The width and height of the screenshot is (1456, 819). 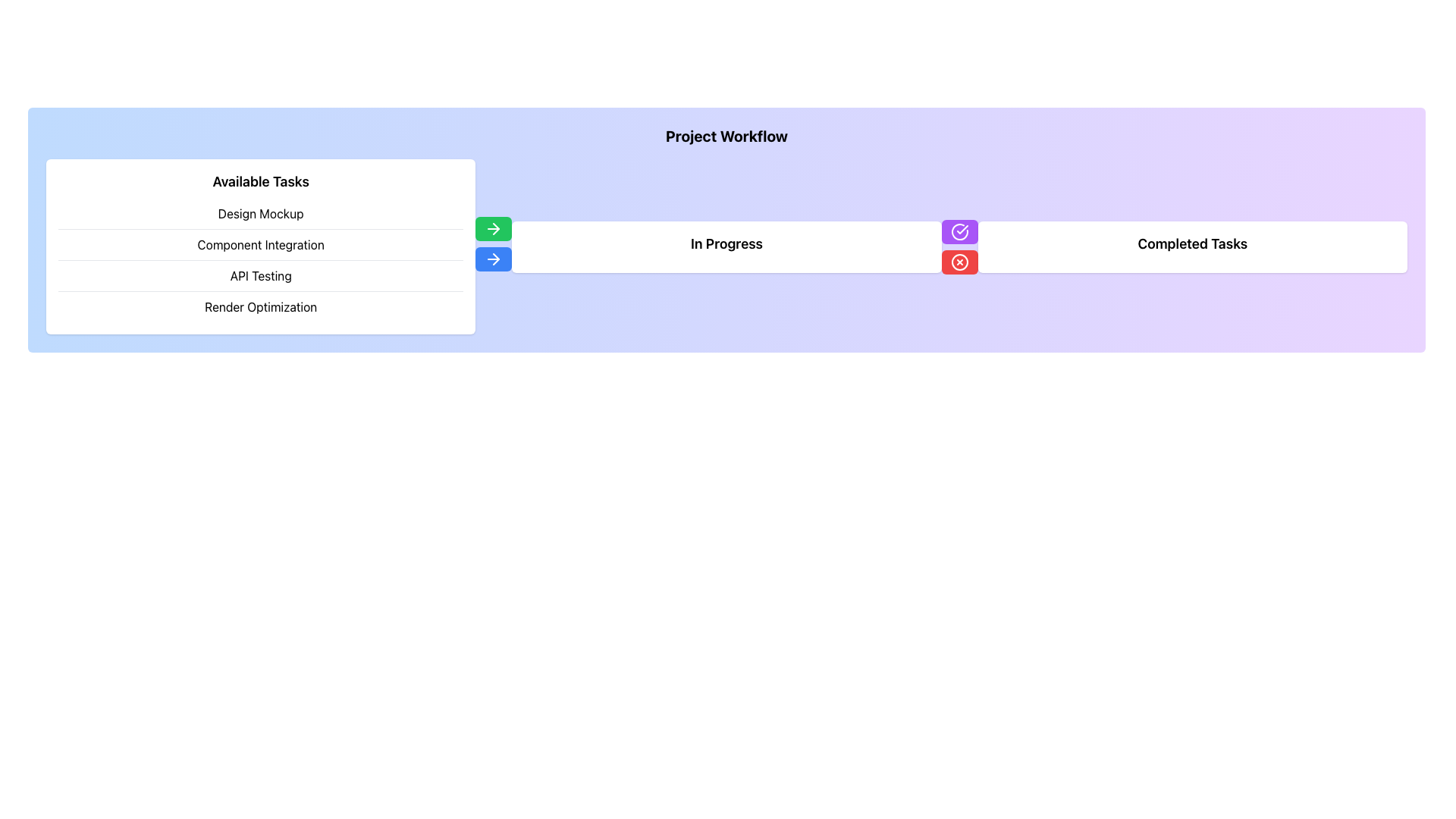 What do you see at coordinates (261, 276) in the screenshot?
I see `the third item in the 'Available Tasks' list, which is a label or task item for task selection or organization` at bounding box center [261, 276].